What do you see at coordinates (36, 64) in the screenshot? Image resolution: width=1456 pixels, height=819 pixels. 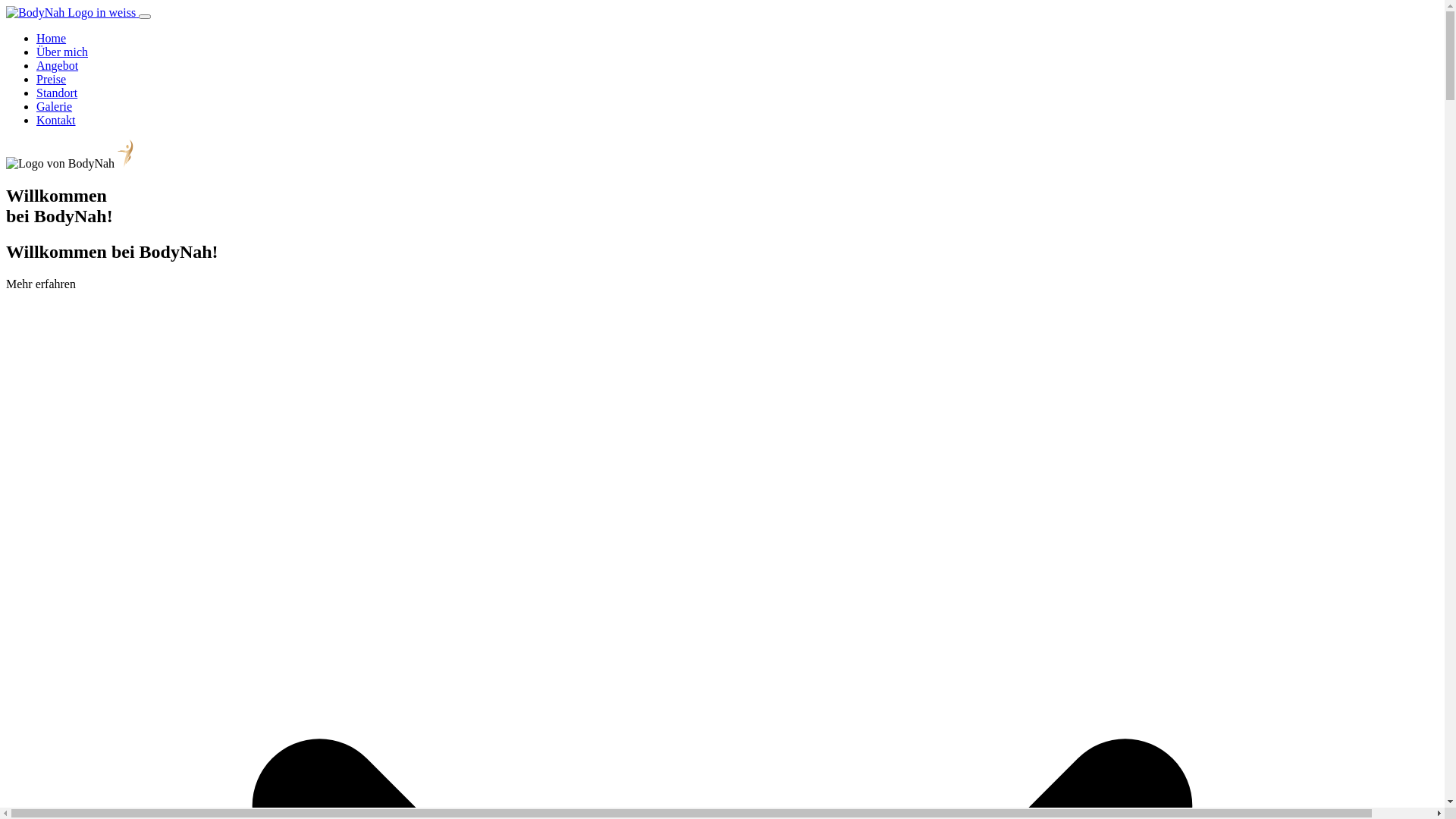 I see `'Angebot'` at bounding box center [36, 64].